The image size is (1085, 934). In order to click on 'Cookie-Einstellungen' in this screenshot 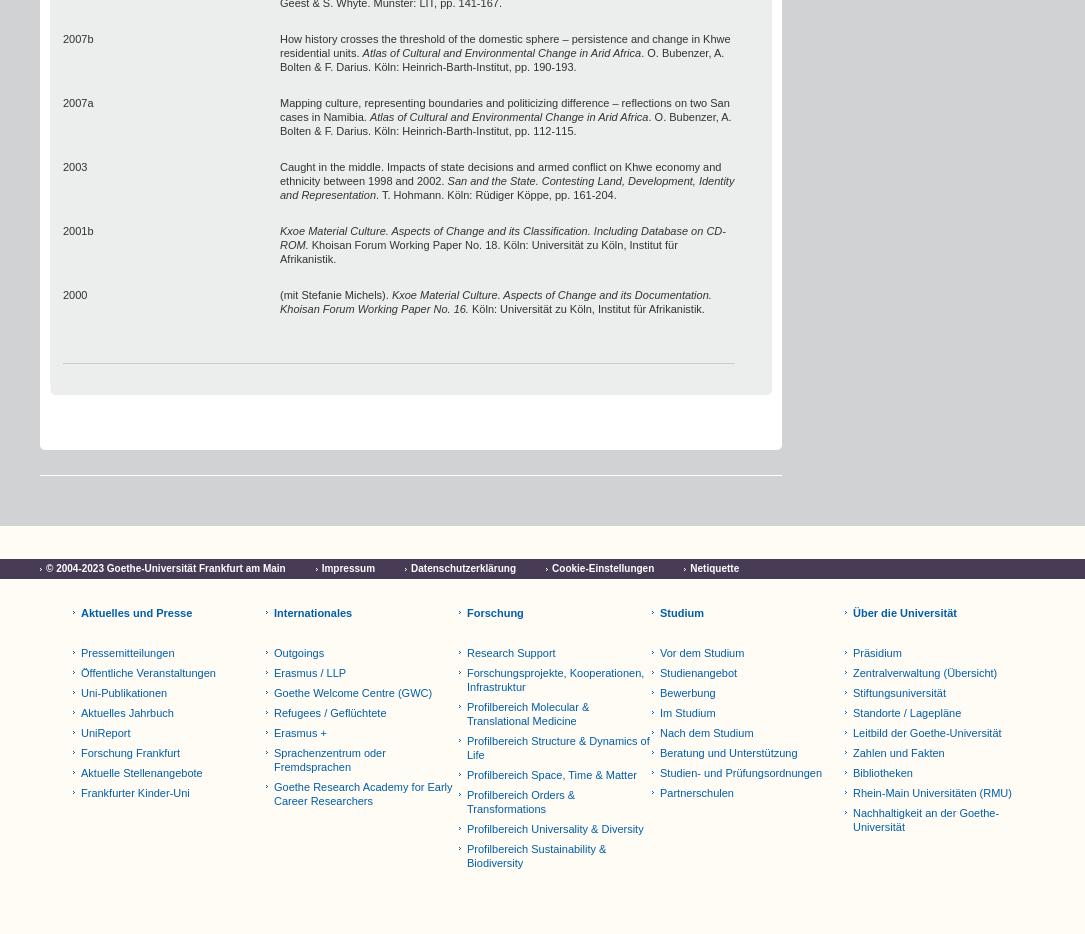, I will do `click(602, 567)`.